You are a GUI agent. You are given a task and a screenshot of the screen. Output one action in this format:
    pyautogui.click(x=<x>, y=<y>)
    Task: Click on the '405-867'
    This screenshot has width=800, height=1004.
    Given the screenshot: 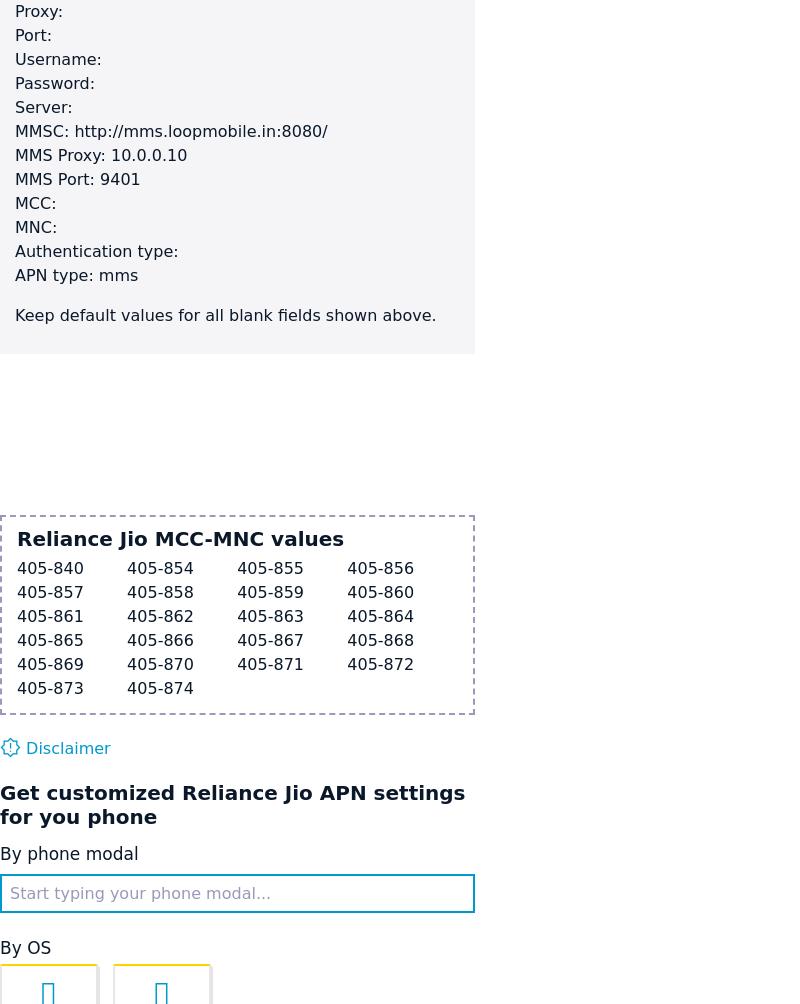 What is the action you would take?
    pyautogui.click(x=270, y=639)
    